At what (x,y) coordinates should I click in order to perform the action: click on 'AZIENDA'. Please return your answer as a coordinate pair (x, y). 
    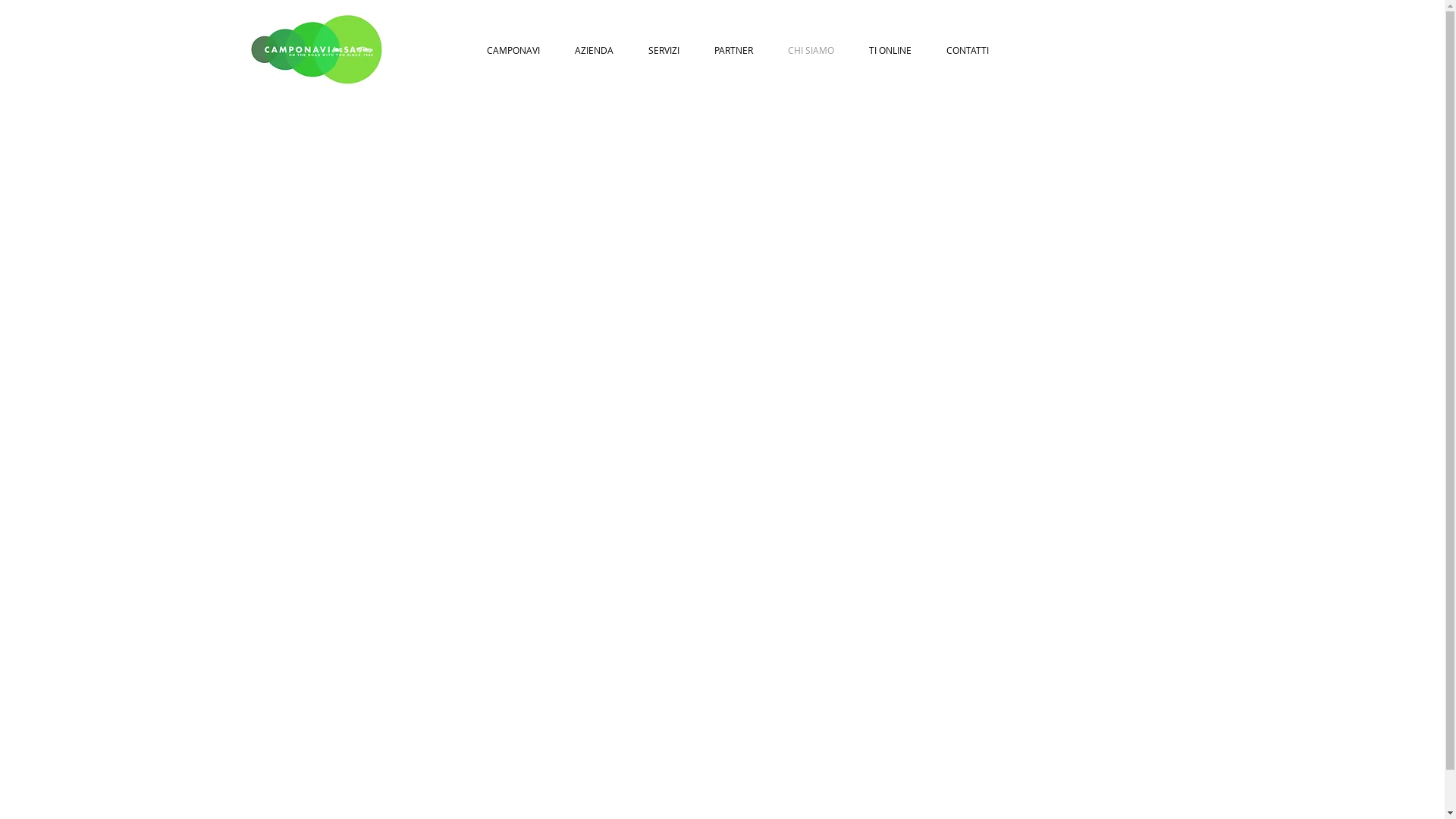
    Looking at the image, I should click on (593, 49).